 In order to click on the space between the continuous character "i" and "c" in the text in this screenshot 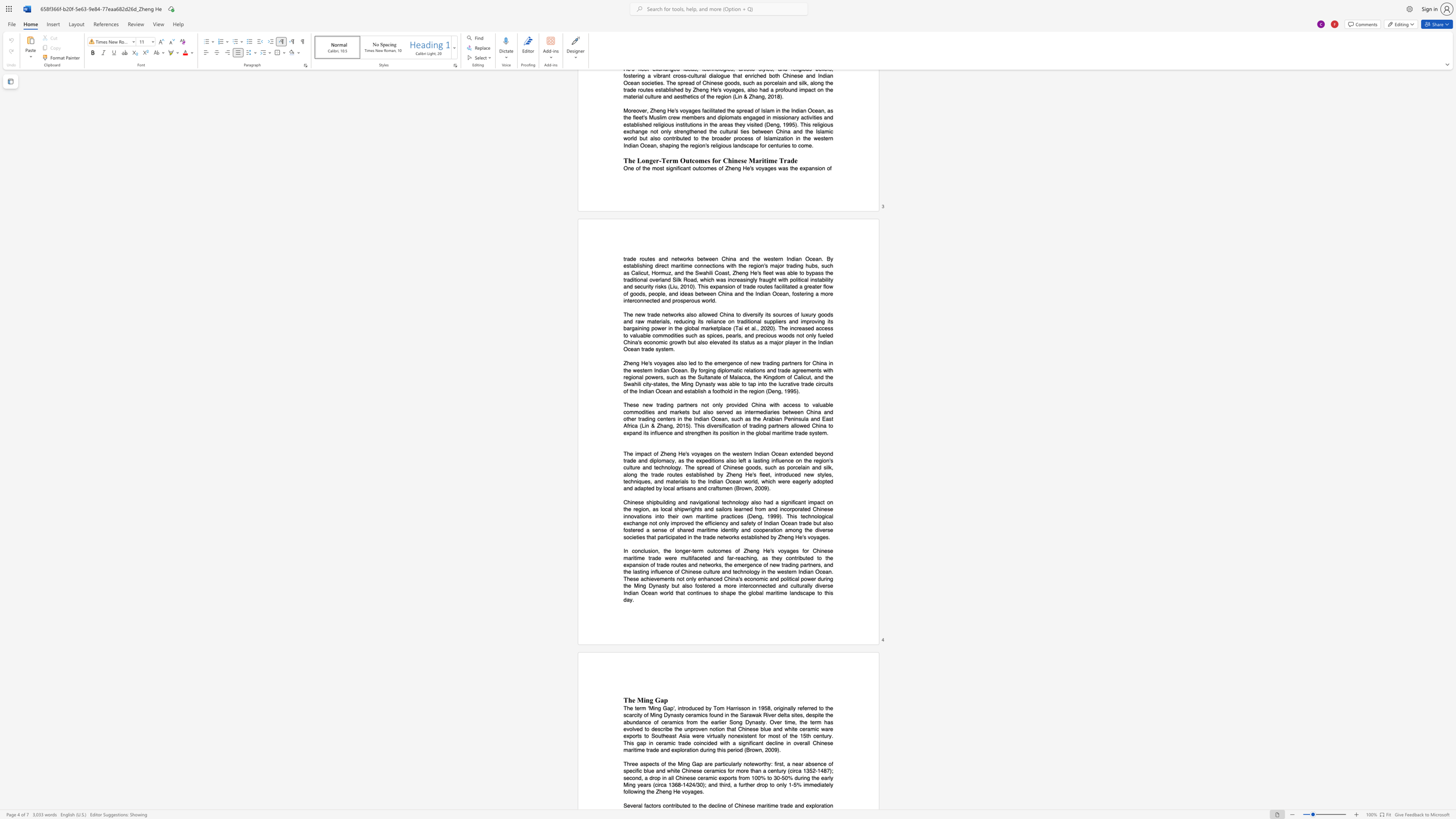, I will do `click(669, 536)`.